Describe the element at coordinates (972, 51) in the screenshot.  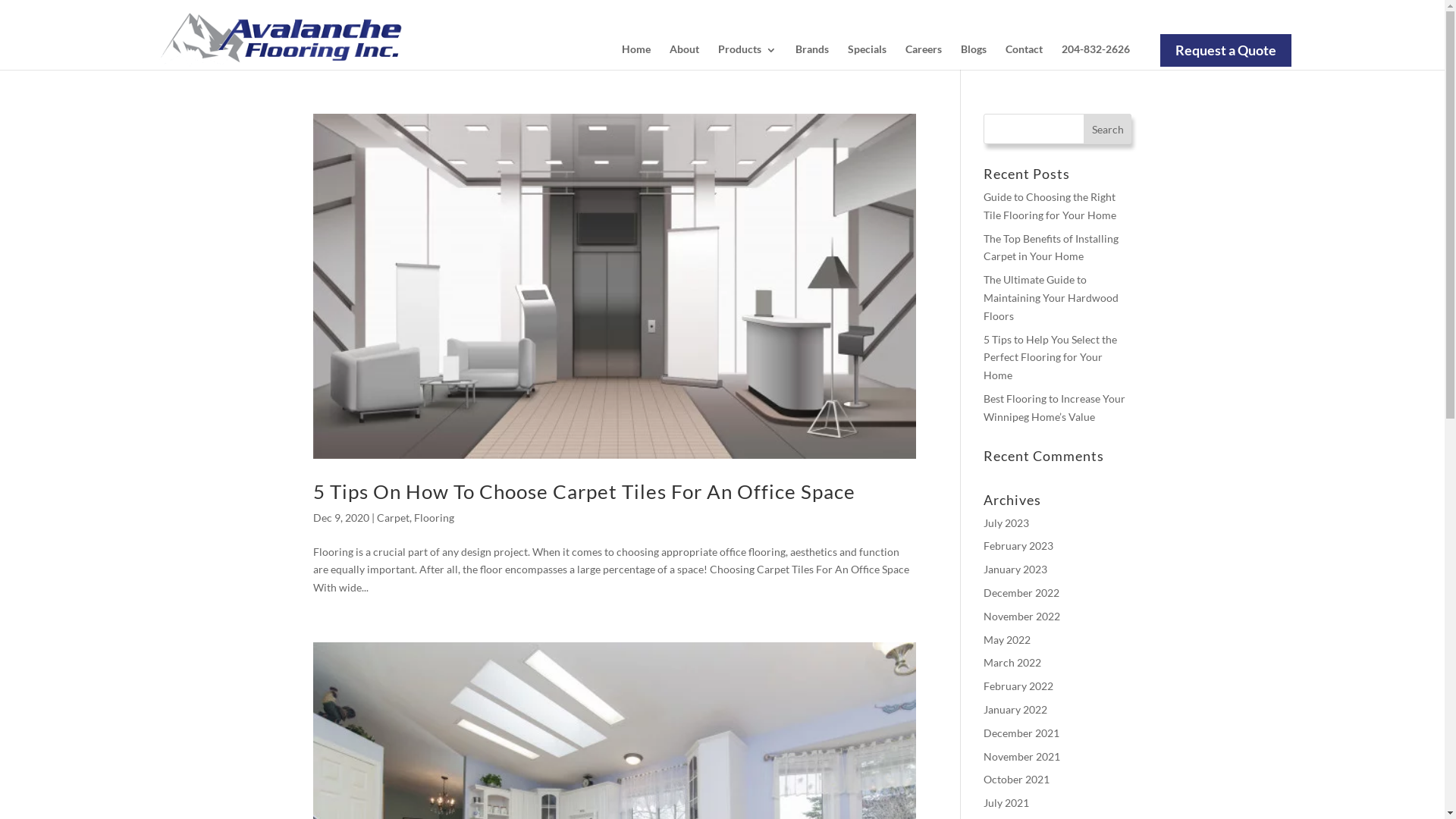
I see `'Blogs'` at that location.